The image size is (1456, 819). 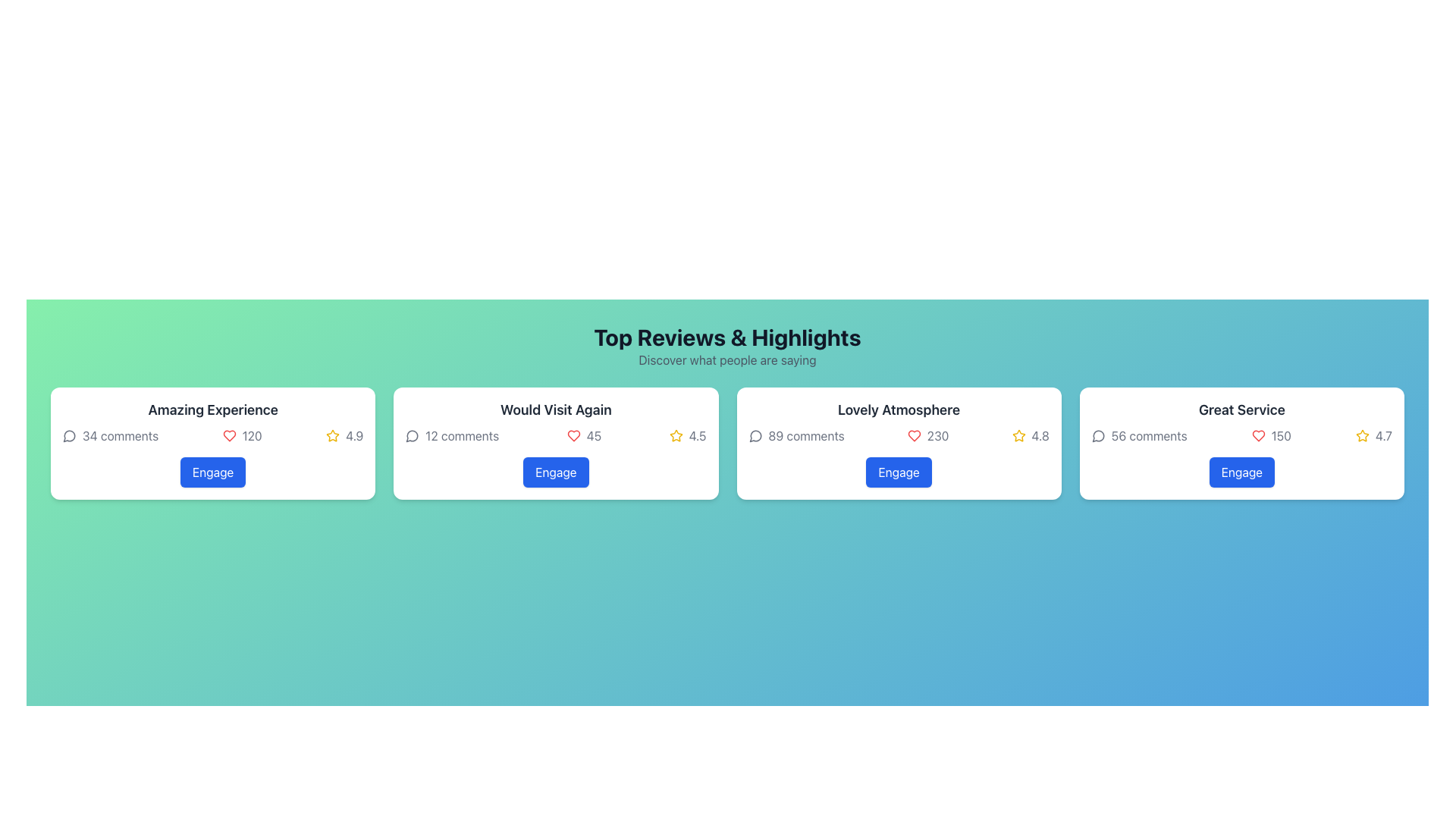 I want to click on the value displayed in the likes or favorites label located beneath the title of the 'Lovely Atmosphere' review card, to the right of the heart icon, so click(x=927, y=435).